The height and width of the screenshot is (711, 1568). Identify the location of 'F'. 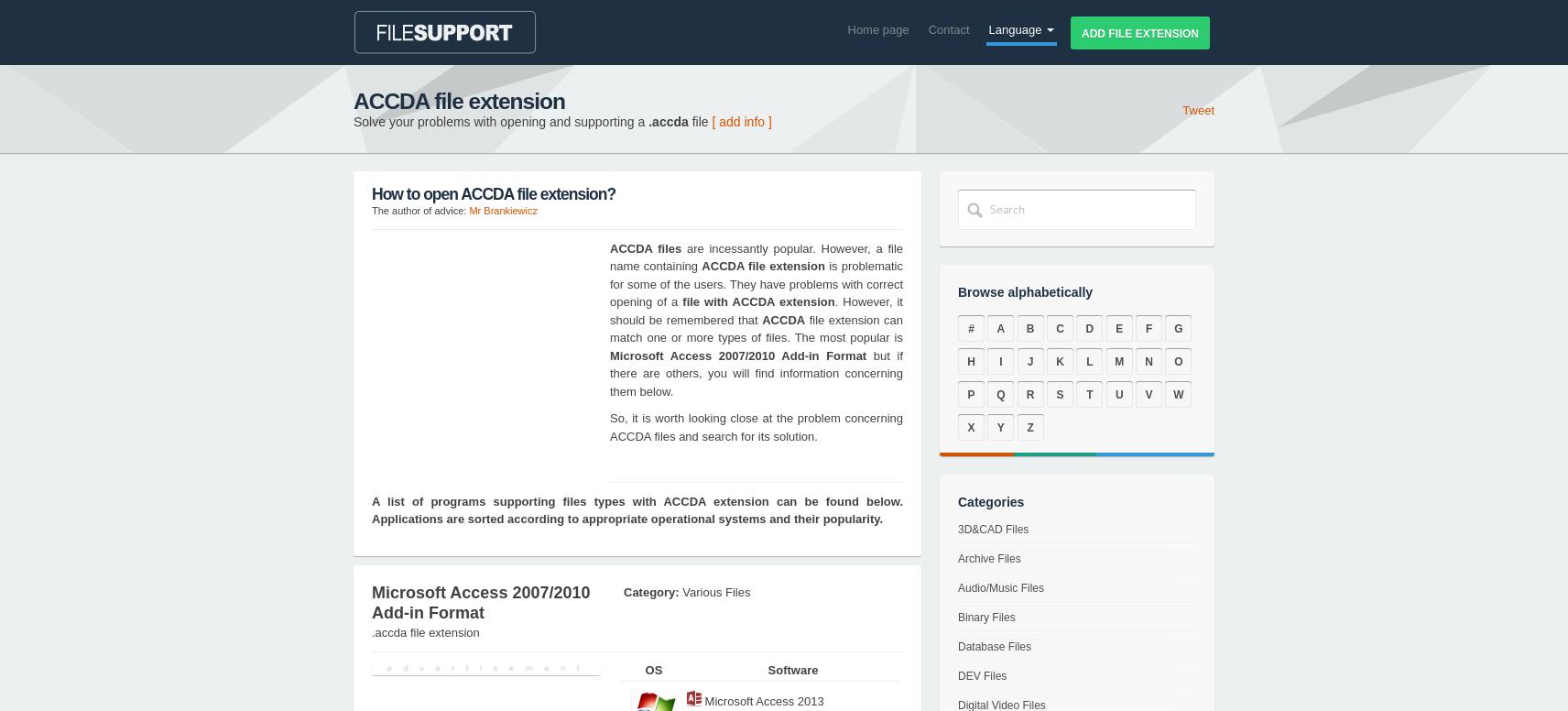
(1149, 327).